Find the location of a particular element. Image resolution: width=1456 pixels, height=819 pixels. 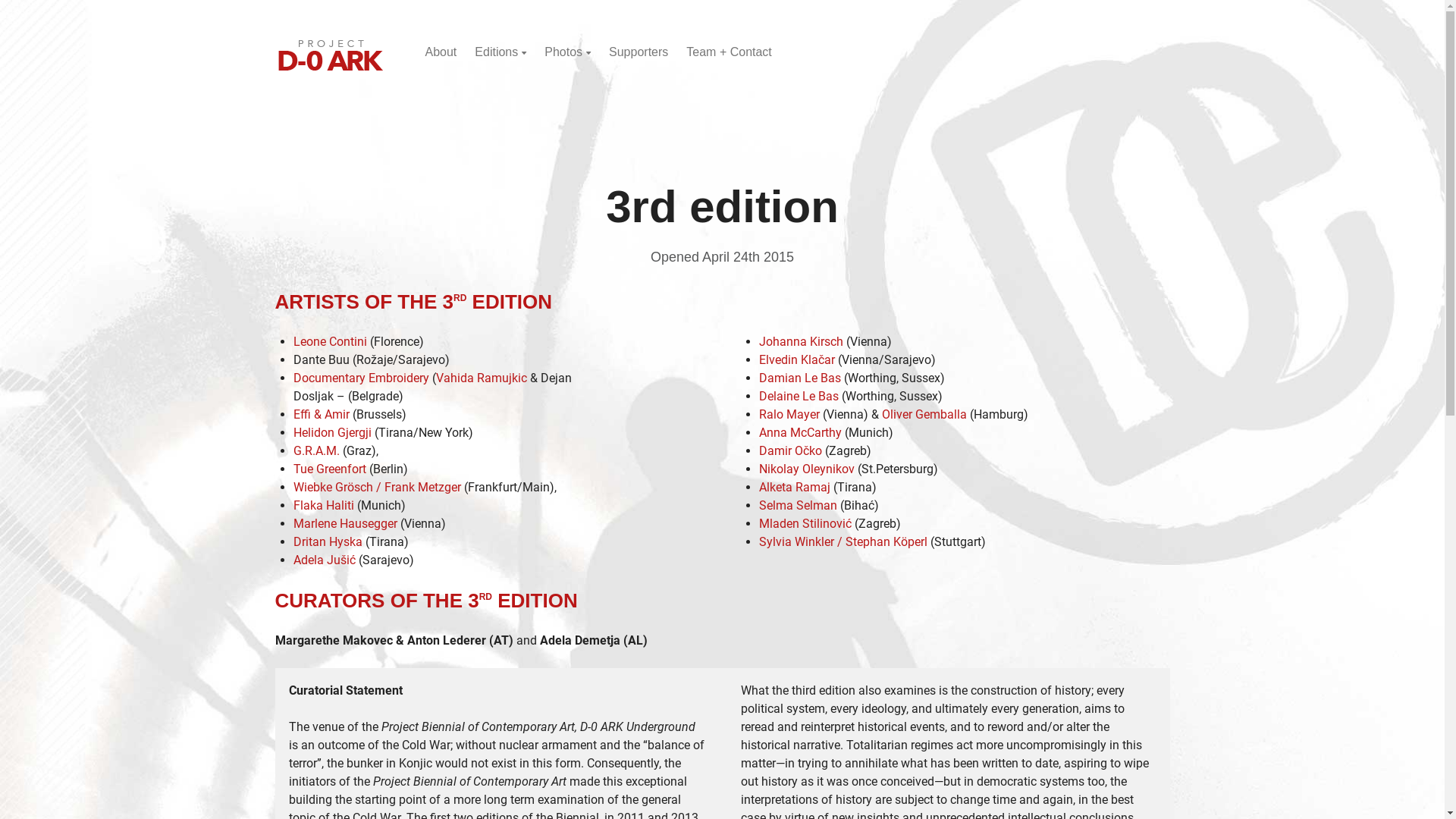

'Nikolay Oleynikov' is located at coordinates (805, 468).